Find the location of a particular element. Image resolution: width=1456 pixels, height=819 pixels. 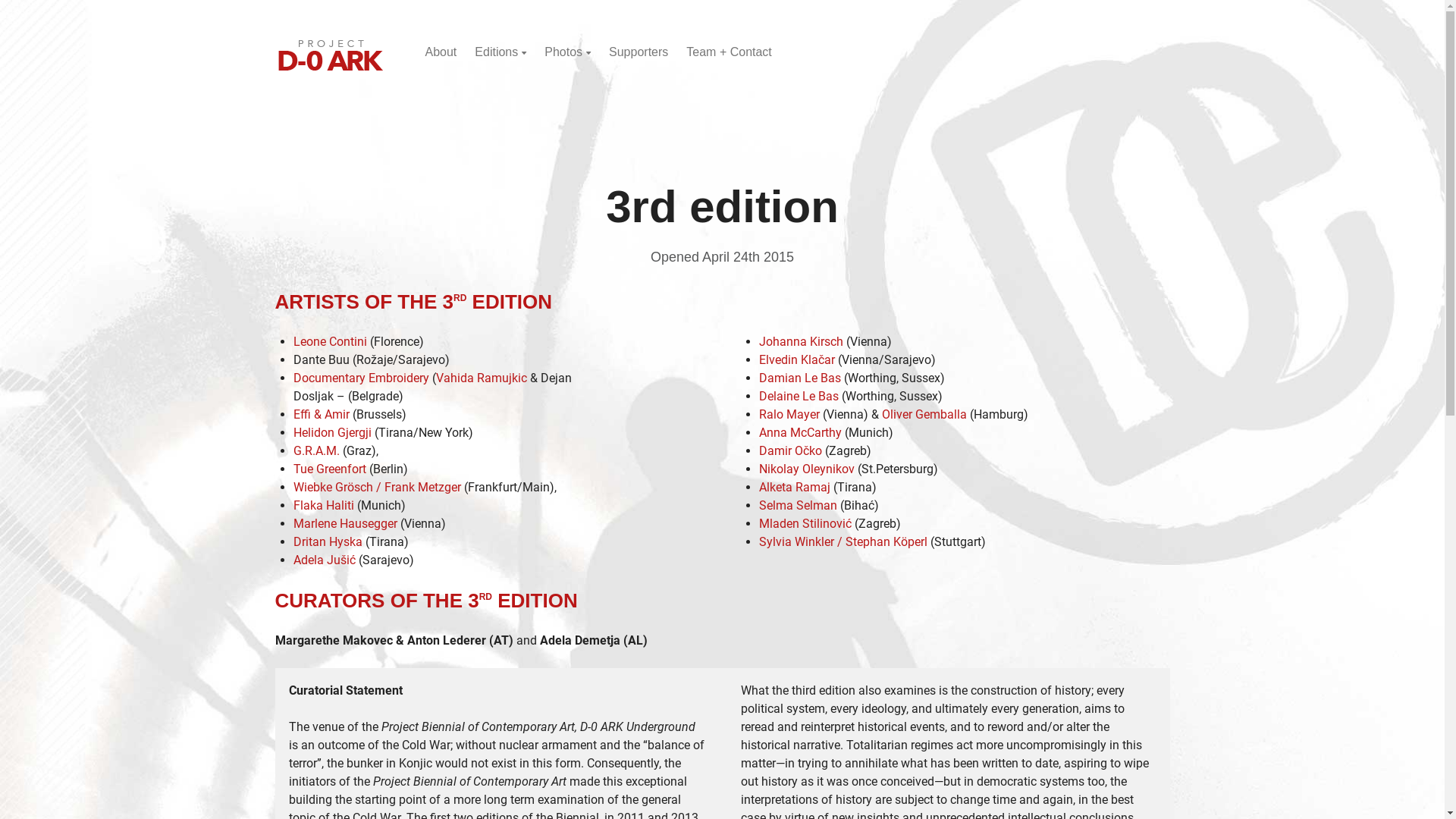

'Nikolay Oleynikov' is located at coordinates (805, 468).